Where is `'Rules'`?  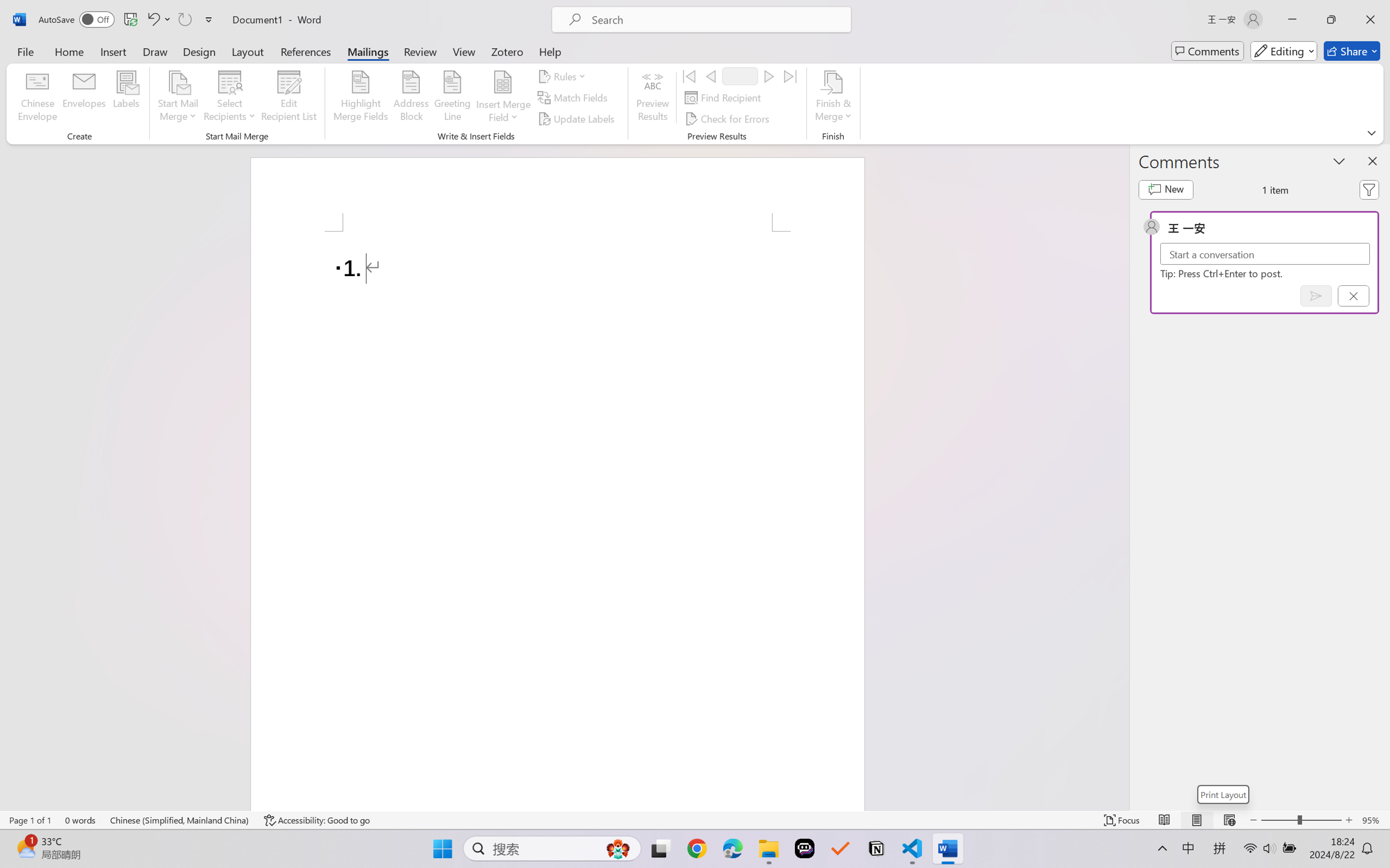
'Rules' is located at coordinates (563, 75).